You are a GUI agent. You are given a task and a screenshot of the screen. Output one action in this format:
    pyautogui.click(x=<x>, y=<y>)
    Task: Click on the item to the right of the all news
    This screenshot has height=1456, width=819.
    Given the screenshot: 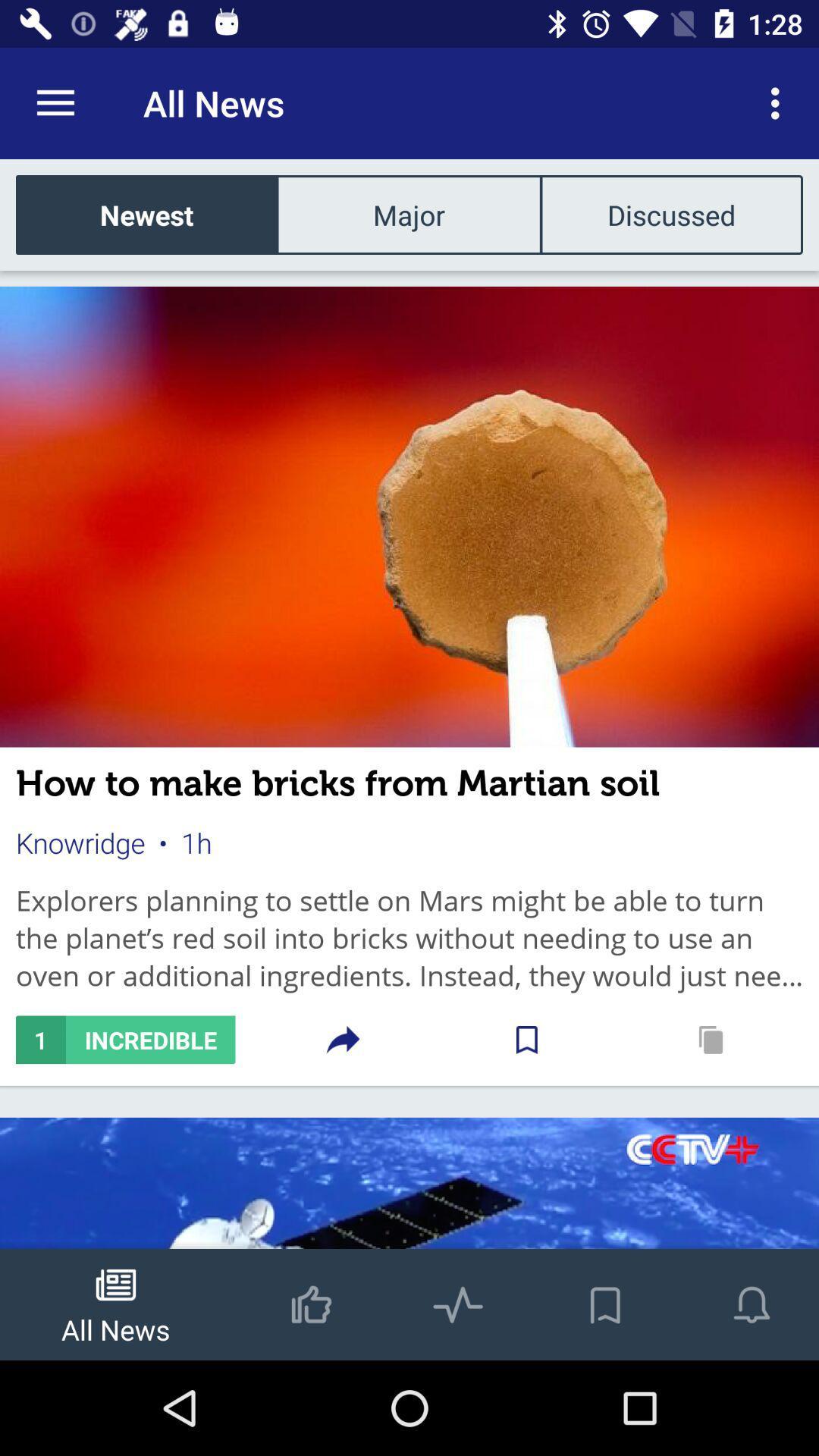 What is the action you would take?
    pyautogui.click(x=779, y=102)
    